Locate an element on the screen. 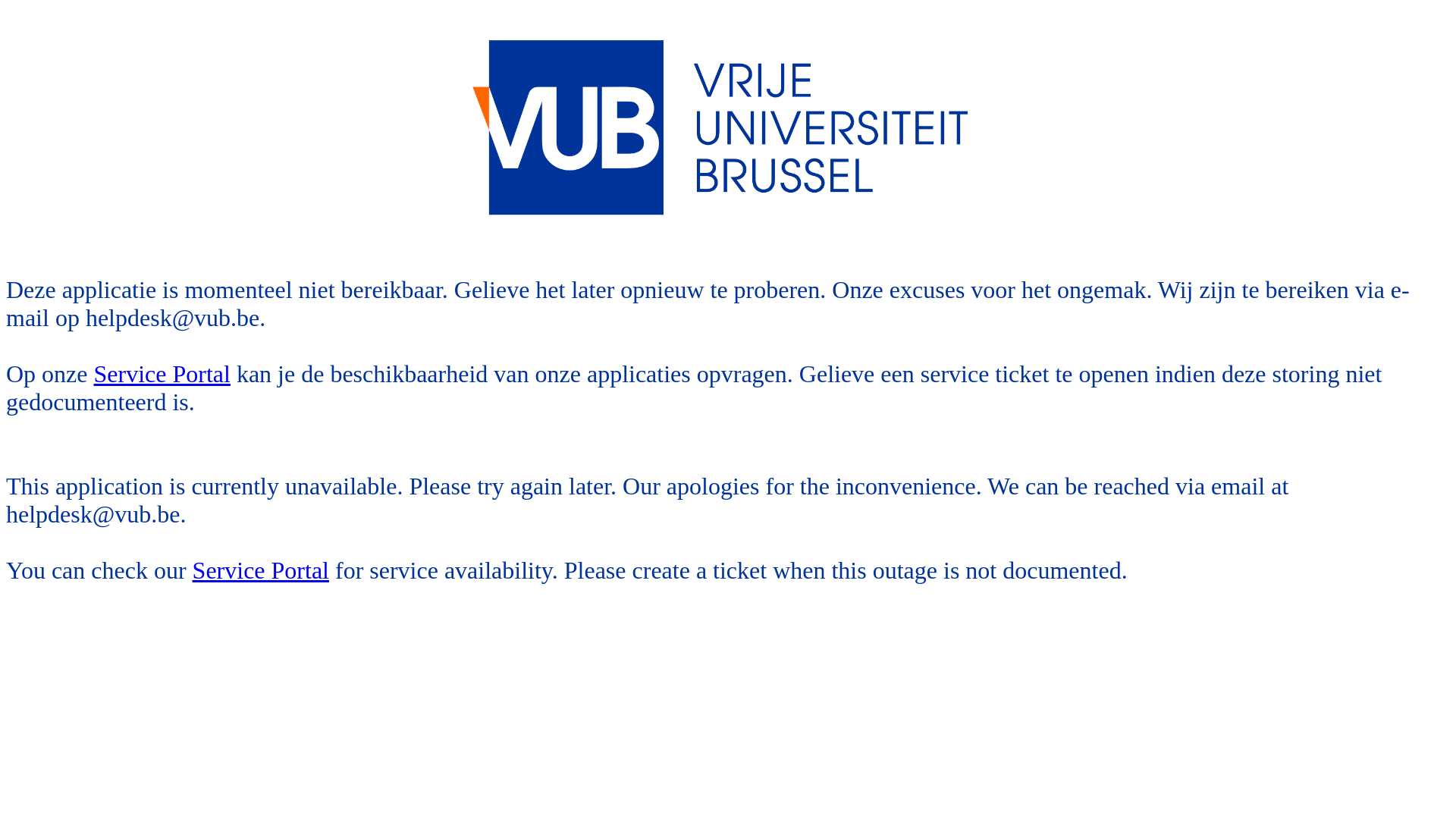  'Service Portal' is located at coordinates (162, 374).